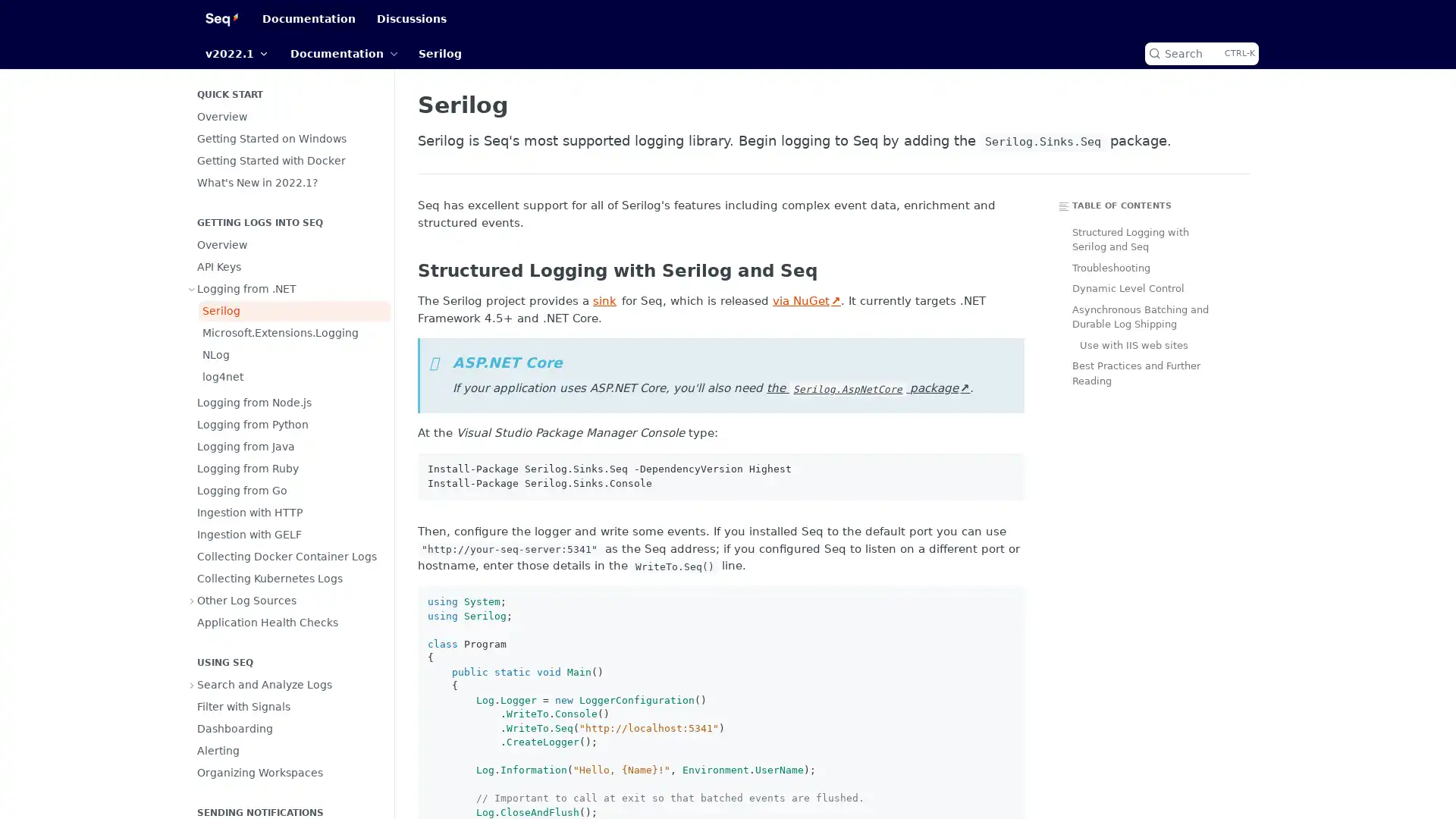 Image resolution: width=1456 pixels, height=819 pixels. What do you see at coordinates (1007, 469) in the screenshot?
I see `Copy Code` at bounding box center [1007, 469].